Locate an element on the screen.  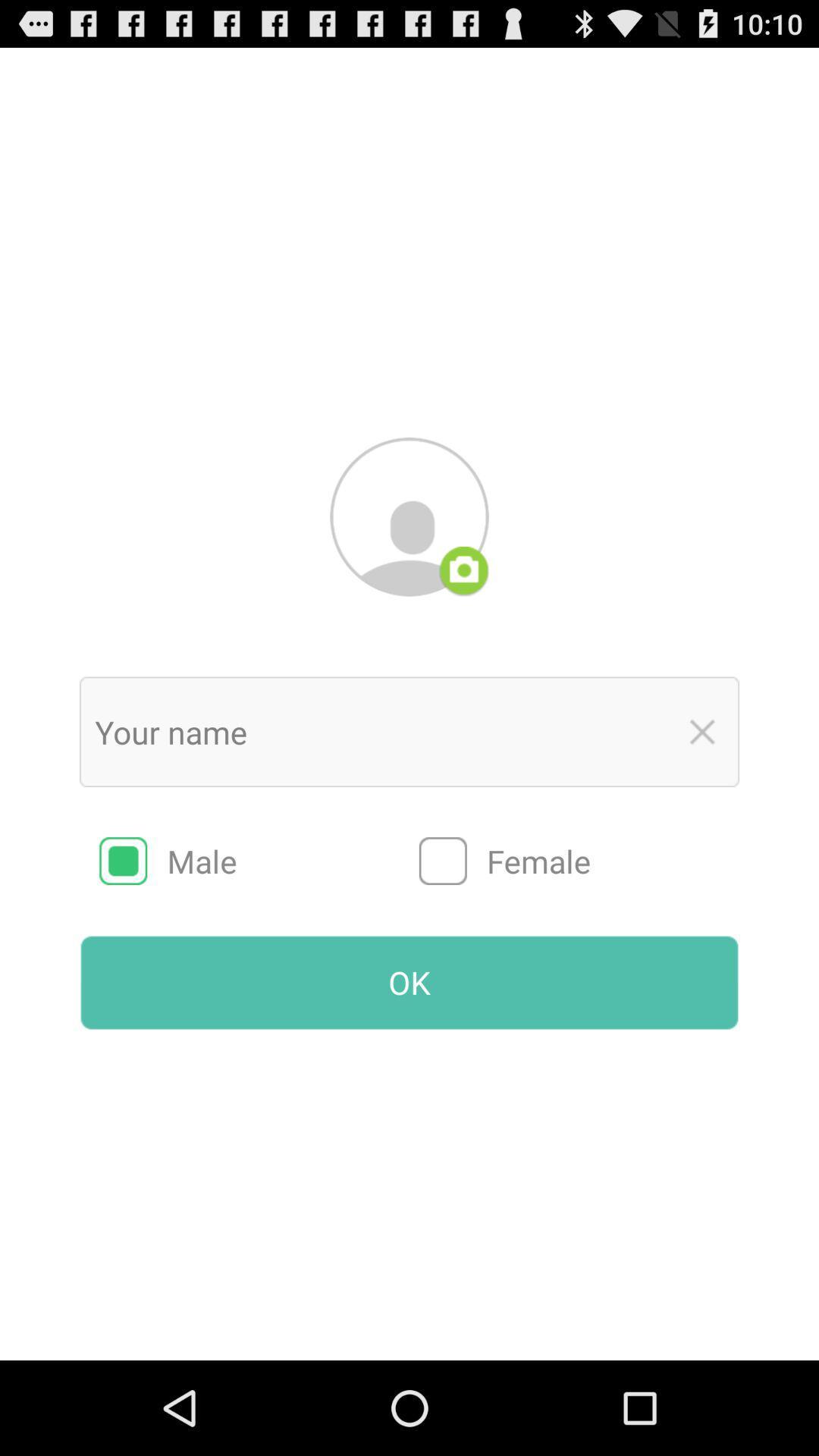
the female is located at coordinates (579, 861).